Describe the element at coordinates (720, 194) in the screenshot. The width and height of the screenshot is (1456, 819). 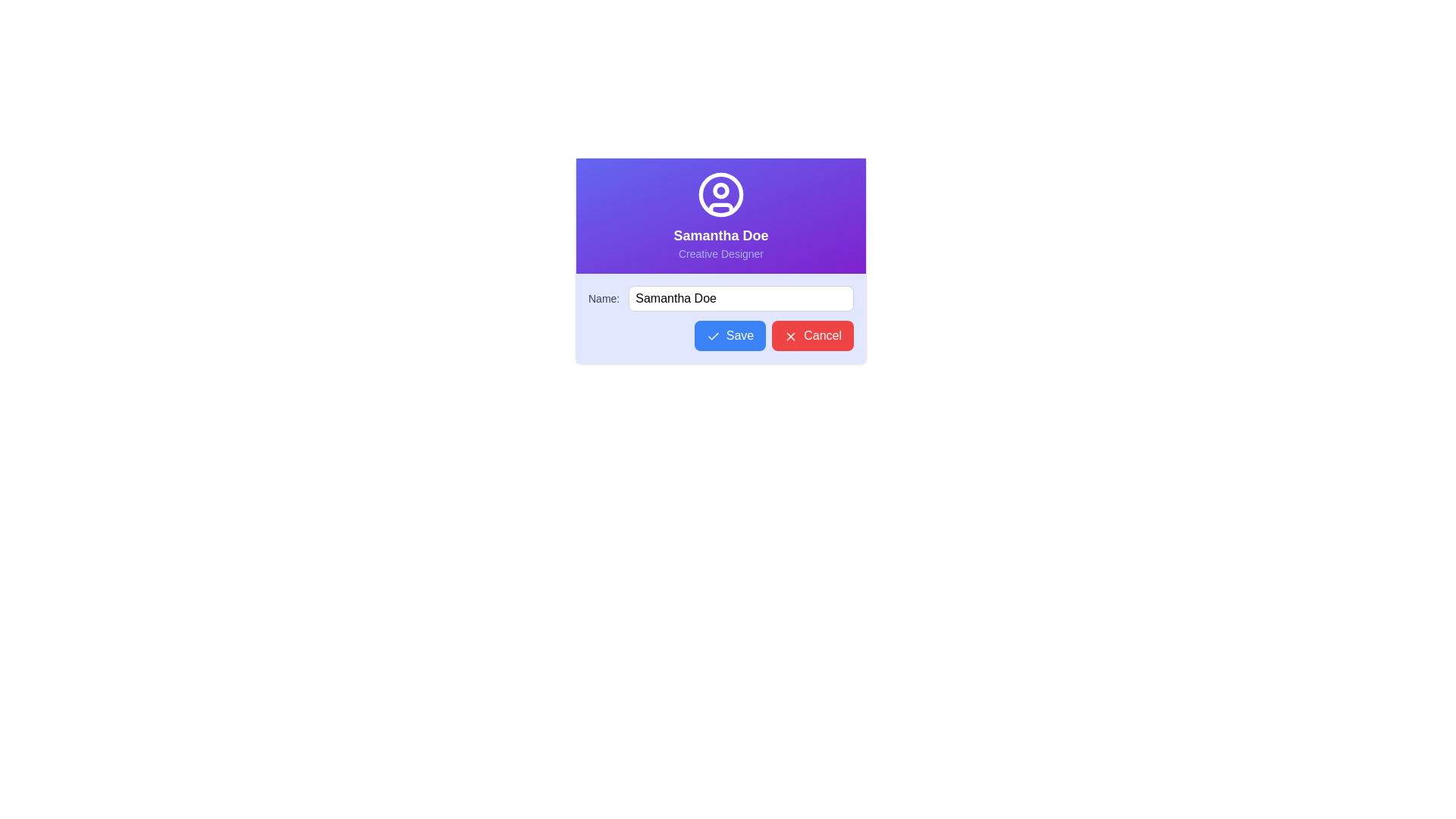
I see `the circular user profile icon with a user silhouette inside, located at the top center of the profile editing modal` at that location.